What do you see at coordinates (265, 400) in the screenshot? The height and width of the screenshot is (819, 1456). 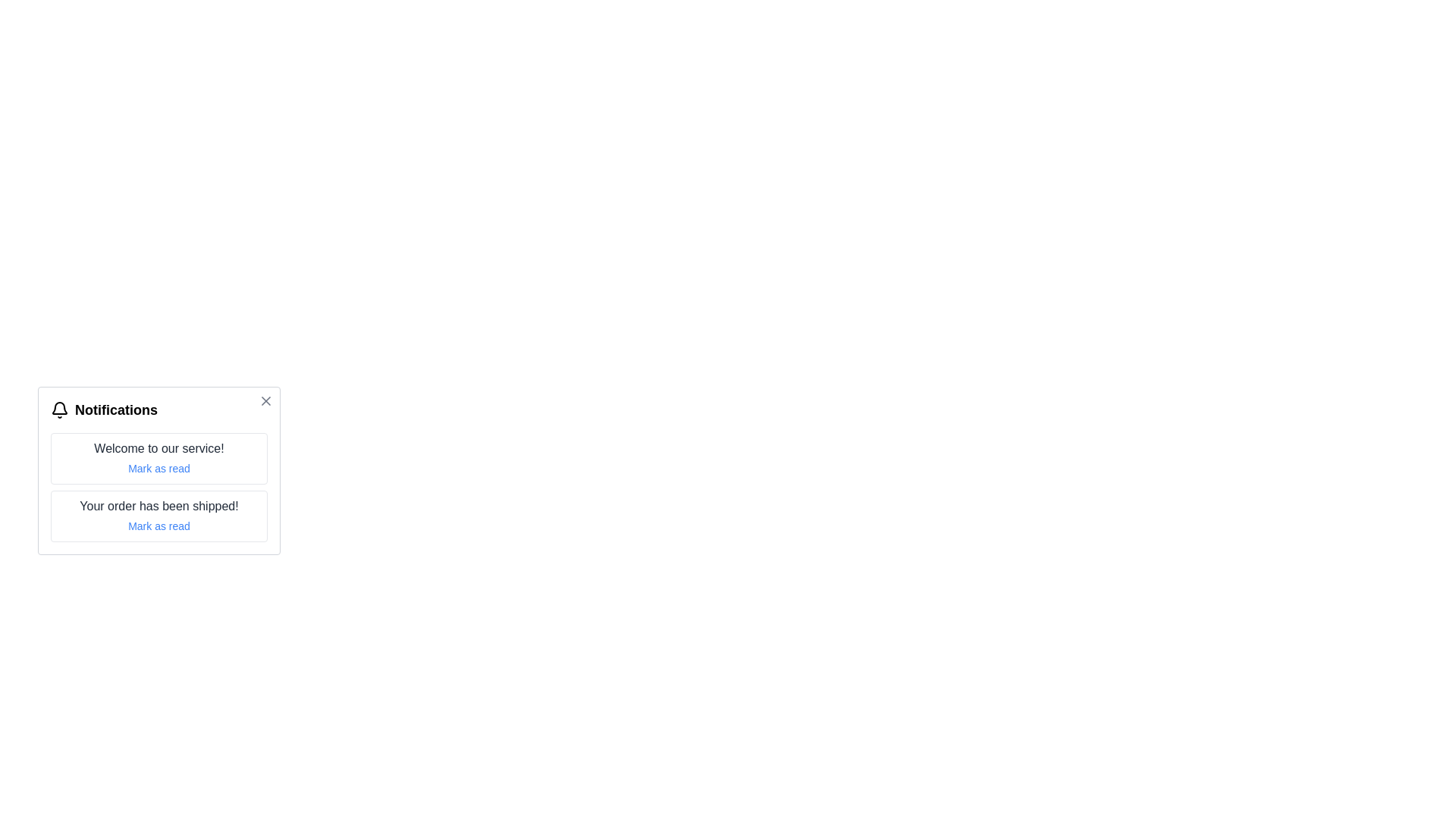 I see `the Close Icon (SVG) located at the top-right corner of the notification dialog` at bounding box center [265, 400].